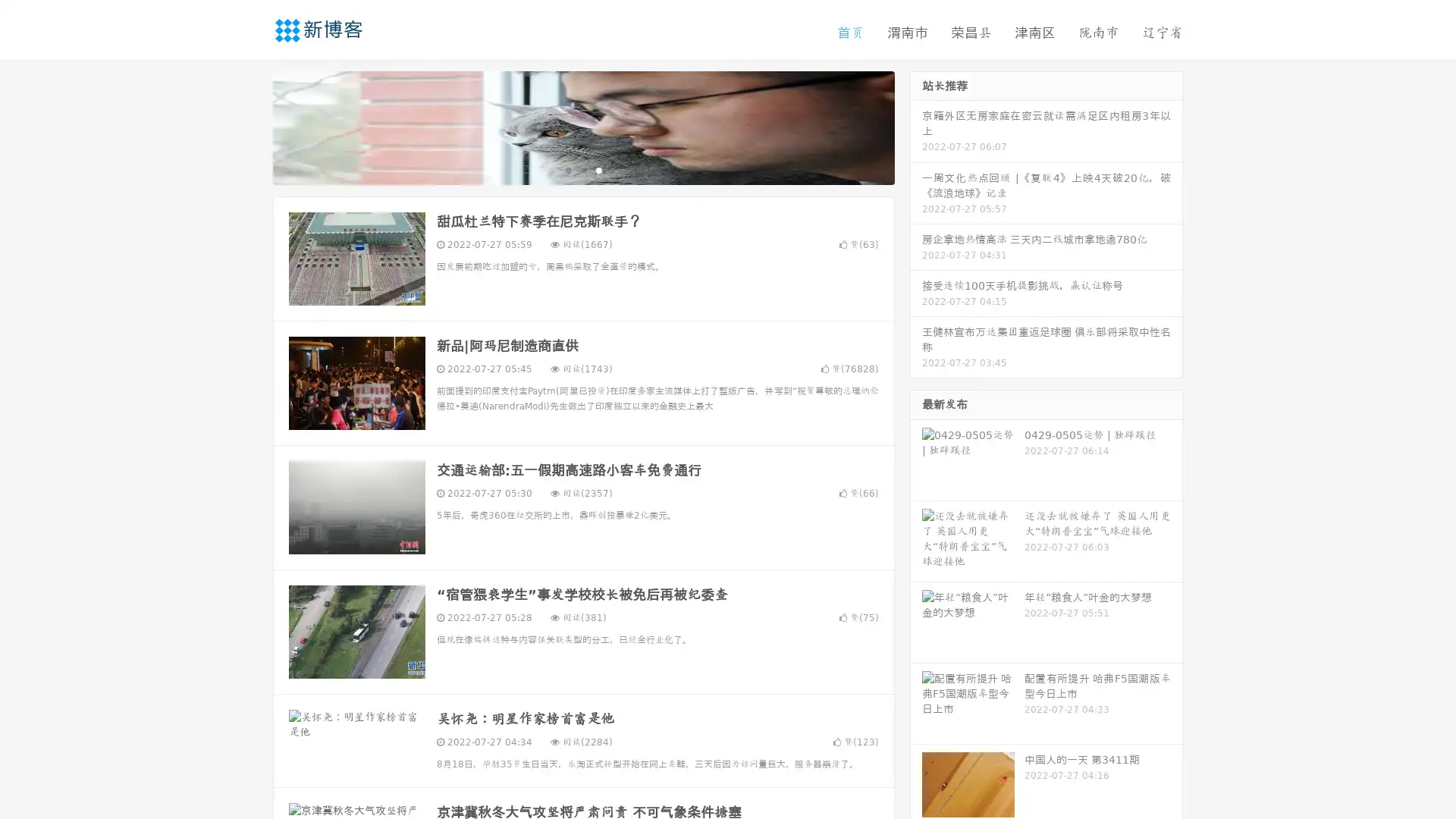 The height and width of the screenshot is (819, 1456). I want to click on Previous slide, so click(250, 127).